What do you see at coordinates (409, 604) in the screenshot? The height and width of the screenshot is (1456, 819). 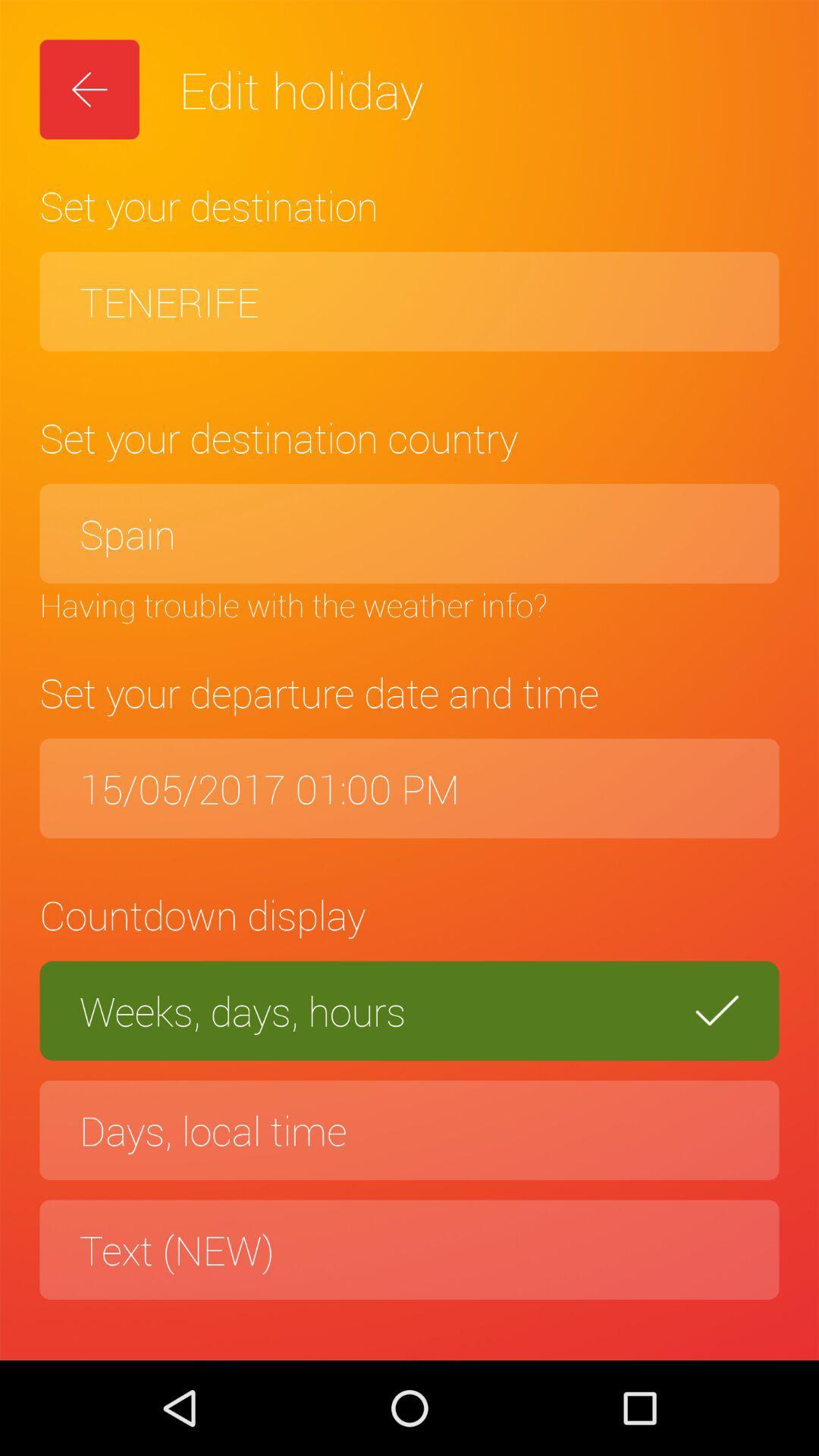 I see `item above the set your departure` at bounding box center [409, 604].